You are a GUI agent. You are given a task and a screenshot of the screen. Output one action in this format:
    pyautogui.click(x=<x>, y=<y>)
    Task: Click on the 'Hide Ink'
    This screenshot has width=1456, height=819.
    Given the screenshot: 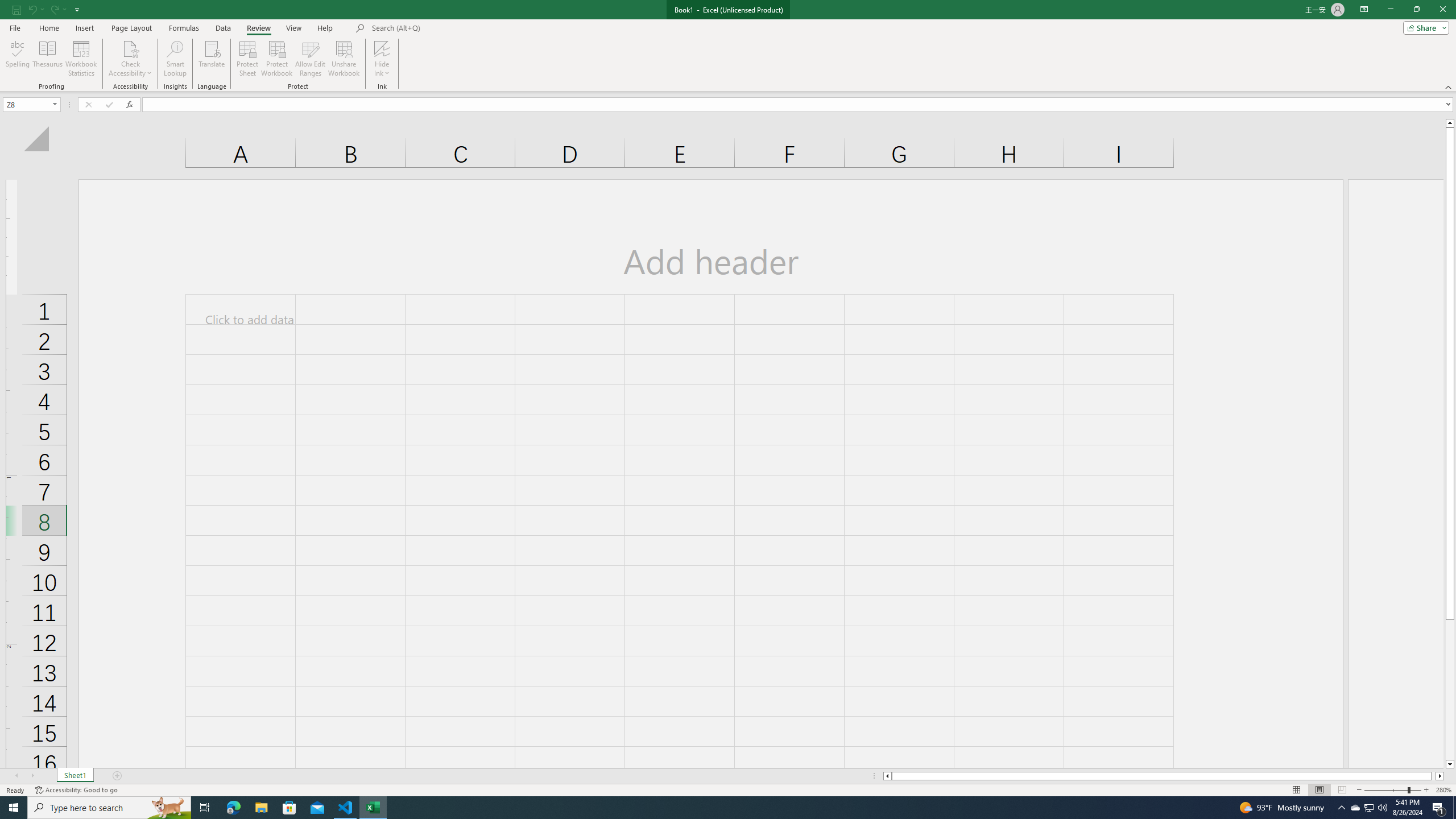 What is the action you would take?
    pyautogui.click(x=382, y=48)
    